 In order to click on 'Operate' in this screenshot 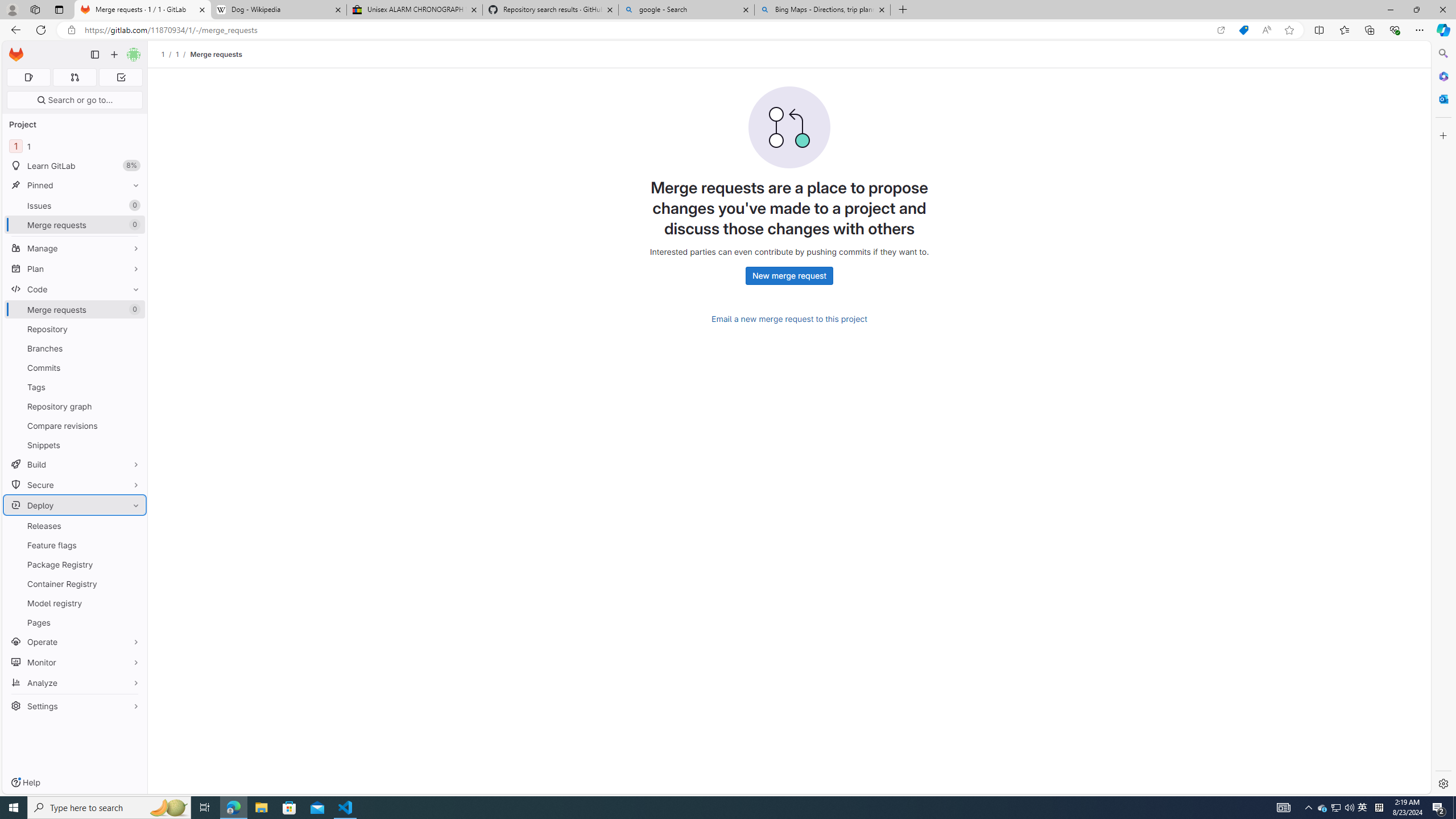, I will do `click(74, 641)`.